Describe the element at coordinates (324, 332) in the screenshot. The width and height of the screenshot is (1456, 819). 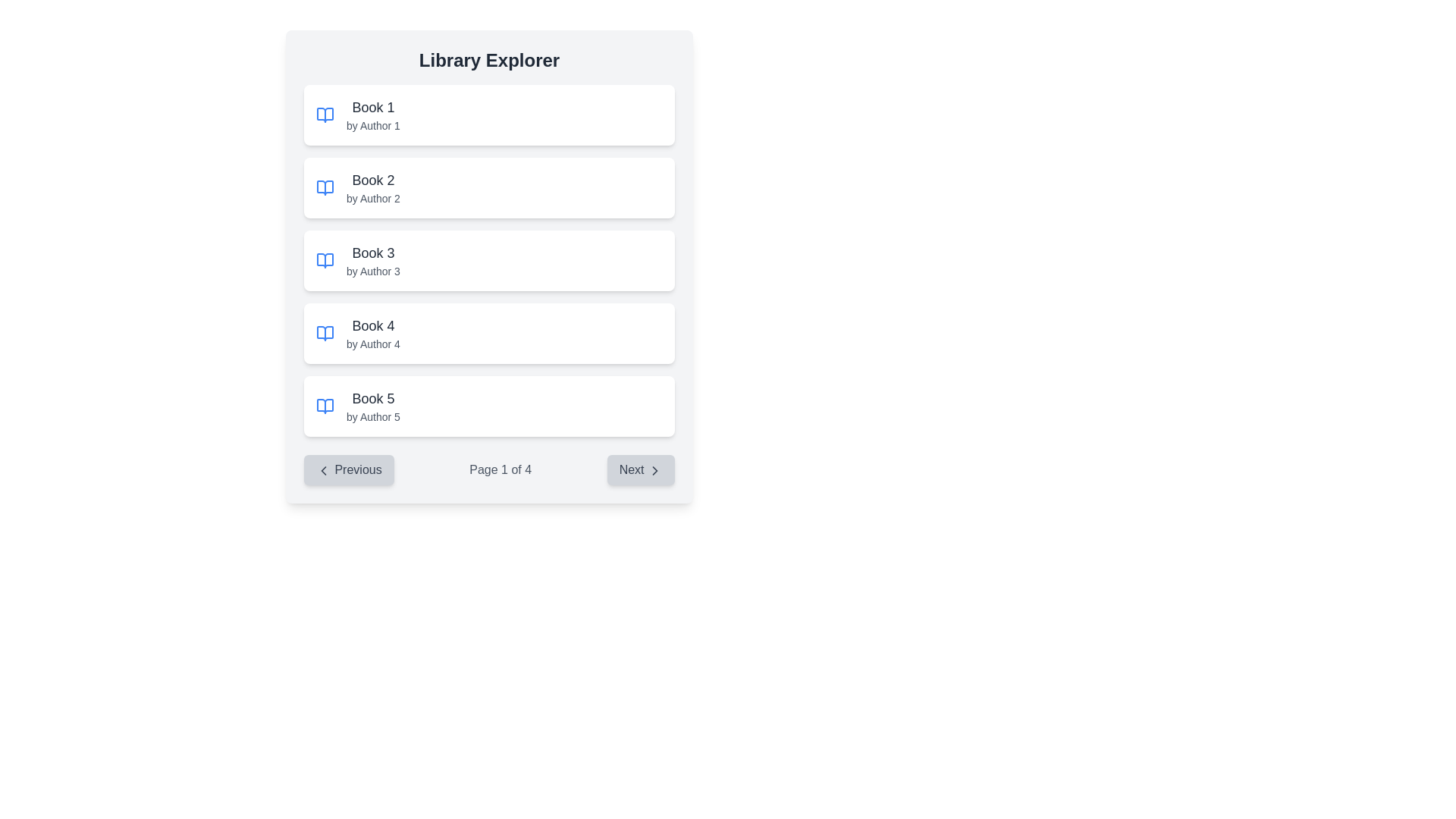
I see `the blue open book icon located in the fourth row of the 'Library Explorer' section, which is positioned to the left of the text 'Book 4 by Author 4'` at that location.